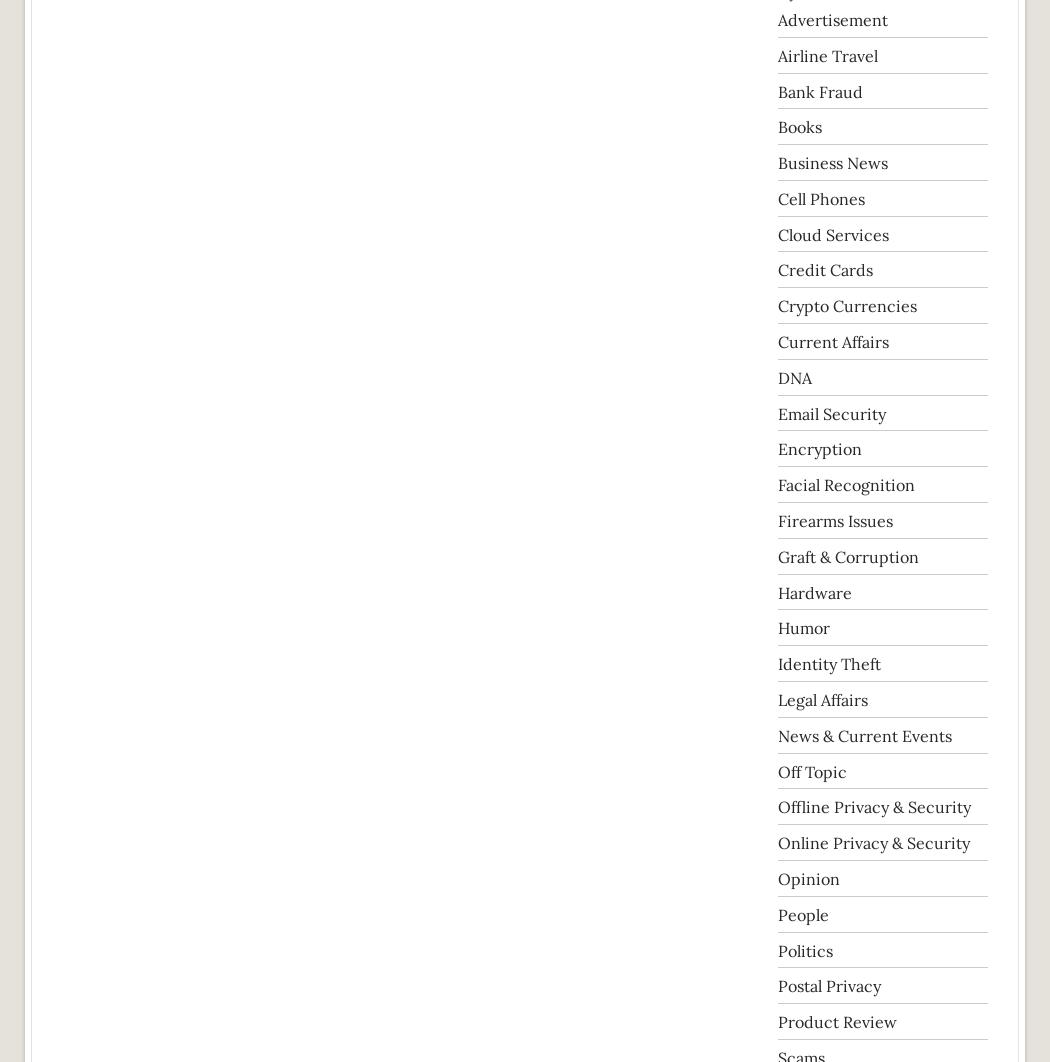 Image resolution: width=1050 pixels, height=1062 pixels. What do you see at coordinates (832, 163) in the screenshot?
I see `'Business News'` at bounding box center [832, 163].